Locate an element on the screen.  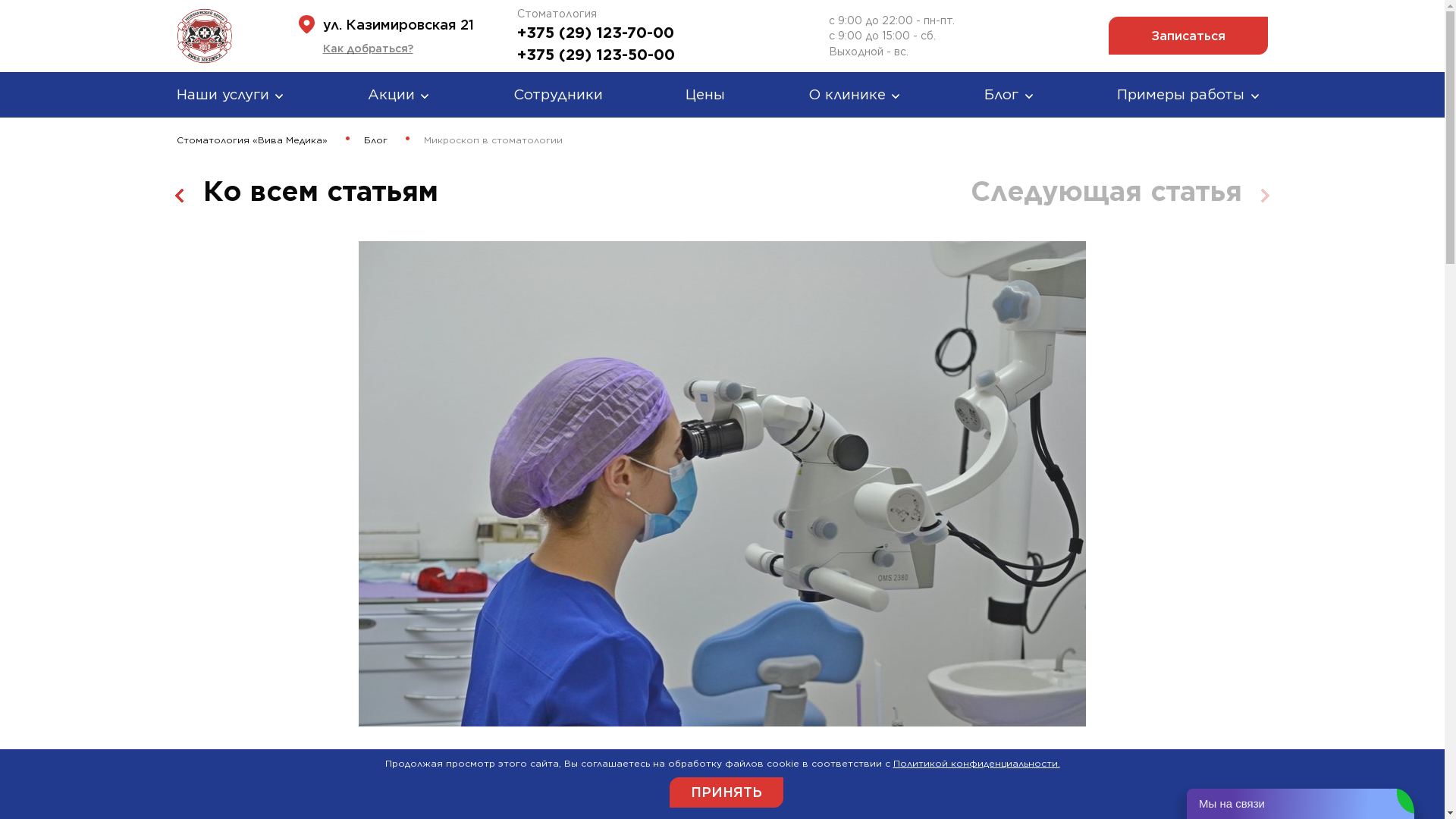
'+375 (29) 123-50-00' is located at coordinates (595, 54).